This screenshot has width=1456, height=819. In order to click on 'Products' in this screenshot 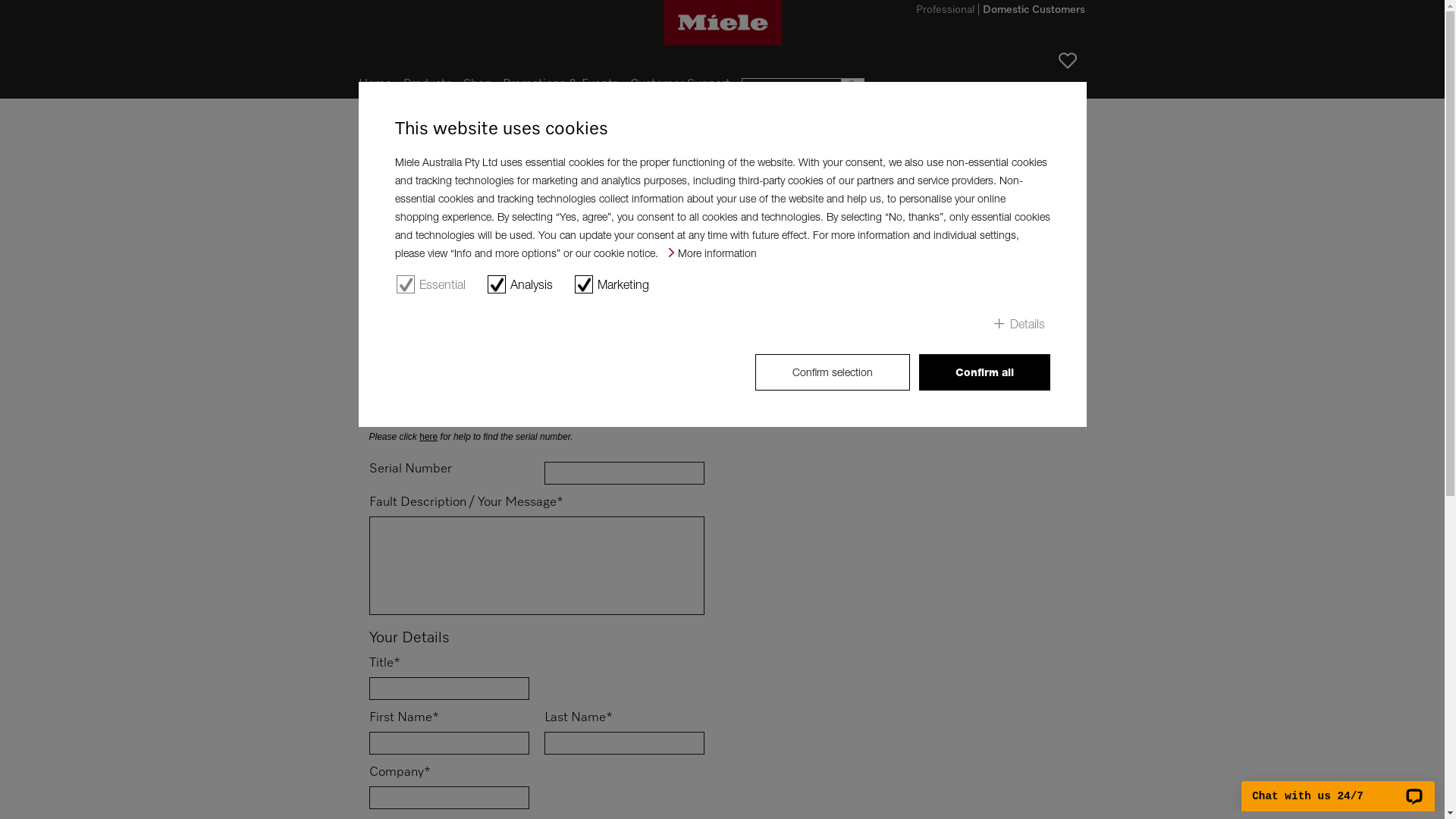, I will do `click(427, 84)`.